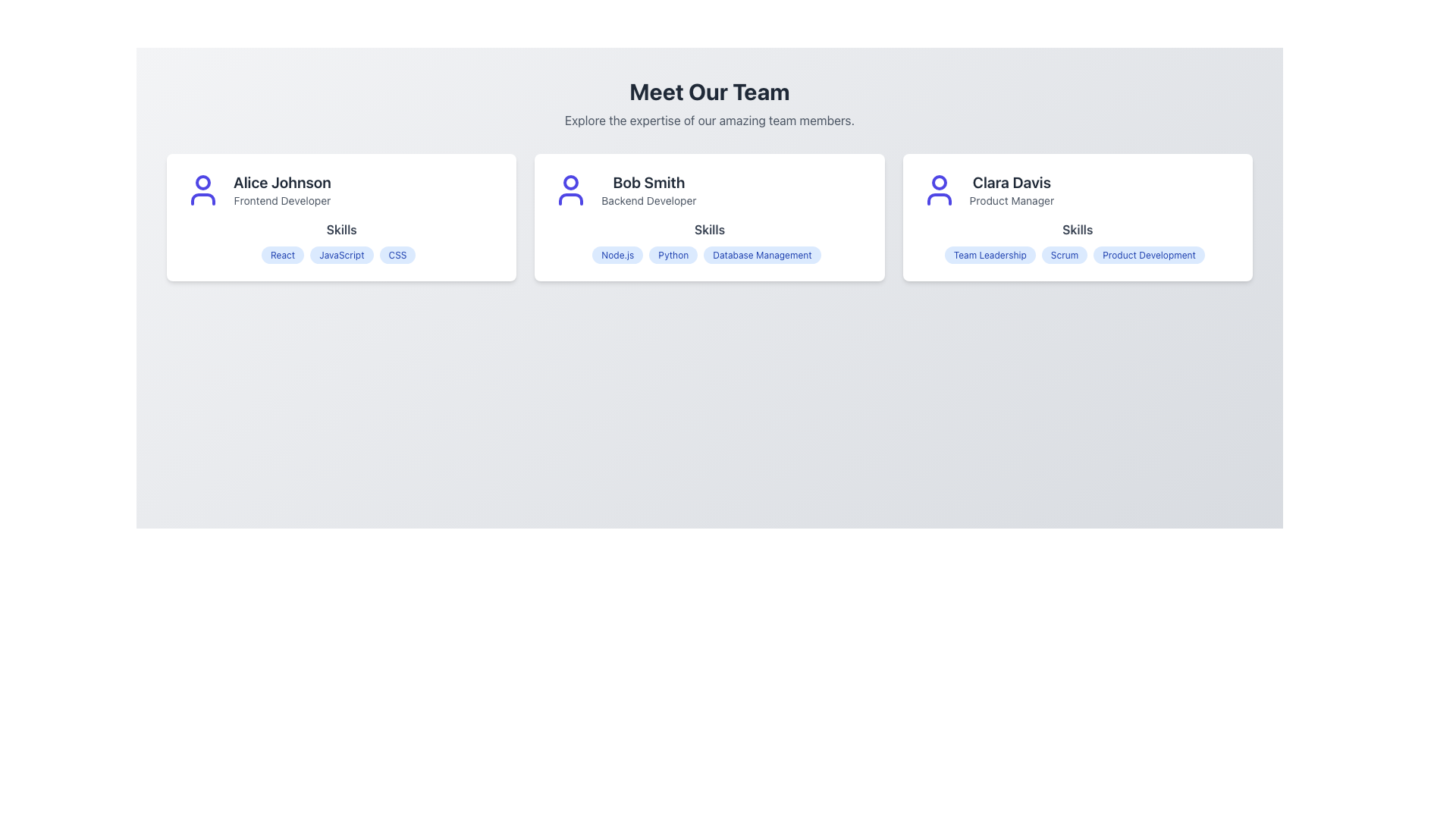  What do you see at coordinates (1012, 189) in the screenshot?
I see `the text display element that shows the full name and role of a team member, located in the third card of the team profiles layout` at bounding box center [1012, 189].